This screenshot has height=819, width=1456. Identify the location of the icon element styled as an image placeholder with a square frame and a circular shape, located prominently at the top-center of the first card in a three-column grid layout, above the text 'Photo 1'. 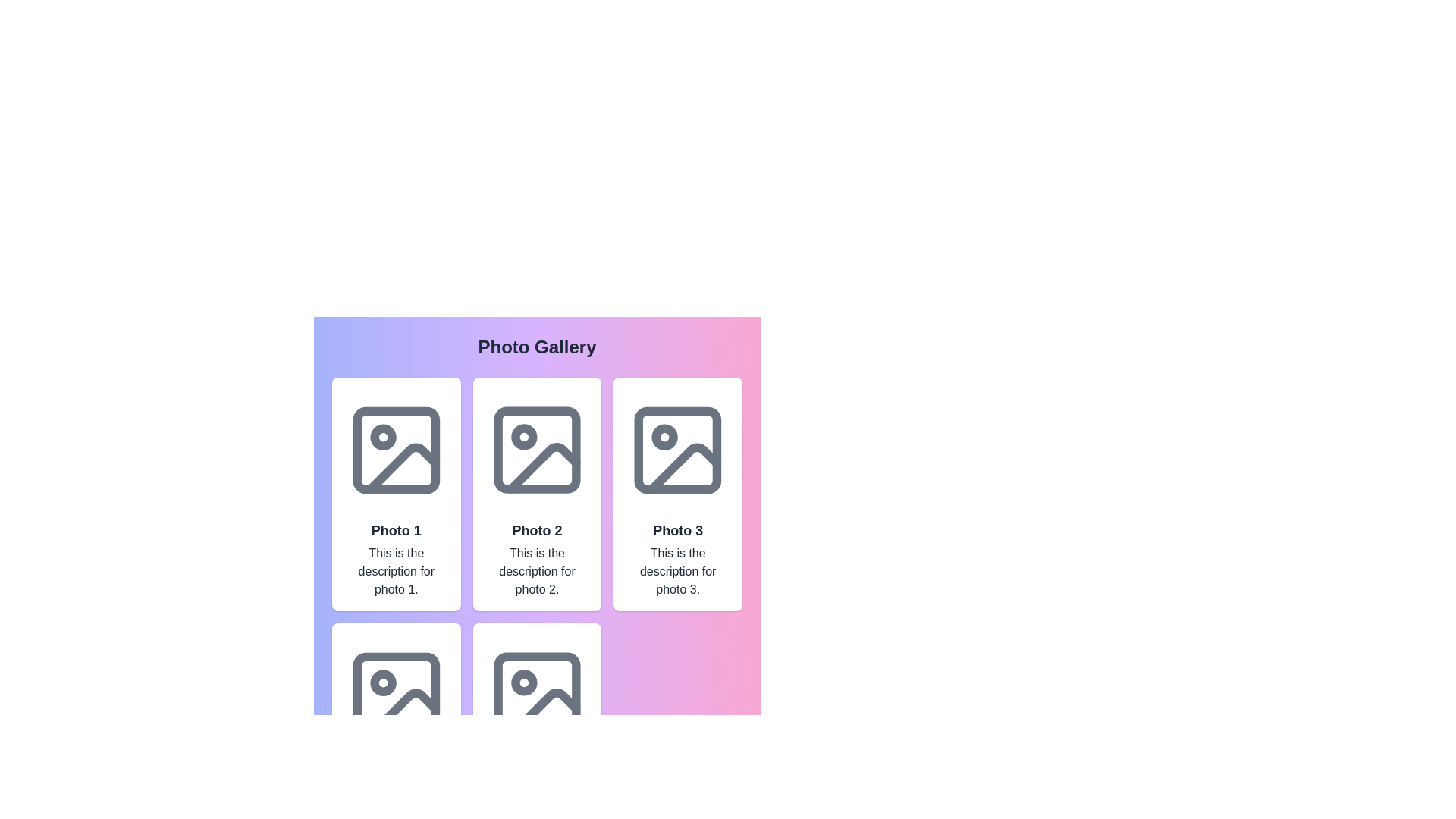
(396, 450).